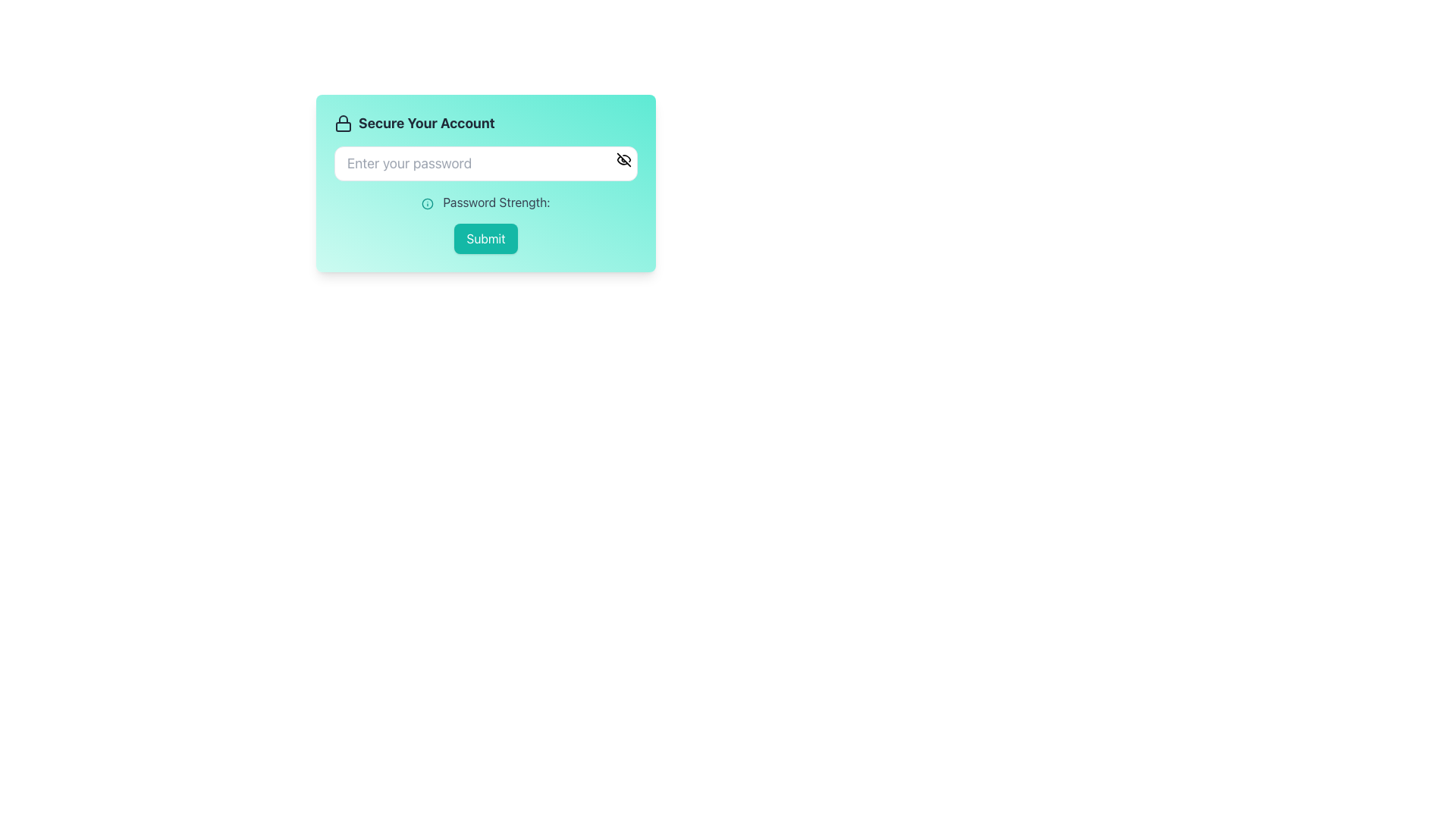 Image resolution: width=1456 pixels, height=819 pixels. Describe the element at coordinates (427, 202) in the screenshot. I see `the circular SVG graphic that serves as the background for the information icon in the password strength section` at that location.